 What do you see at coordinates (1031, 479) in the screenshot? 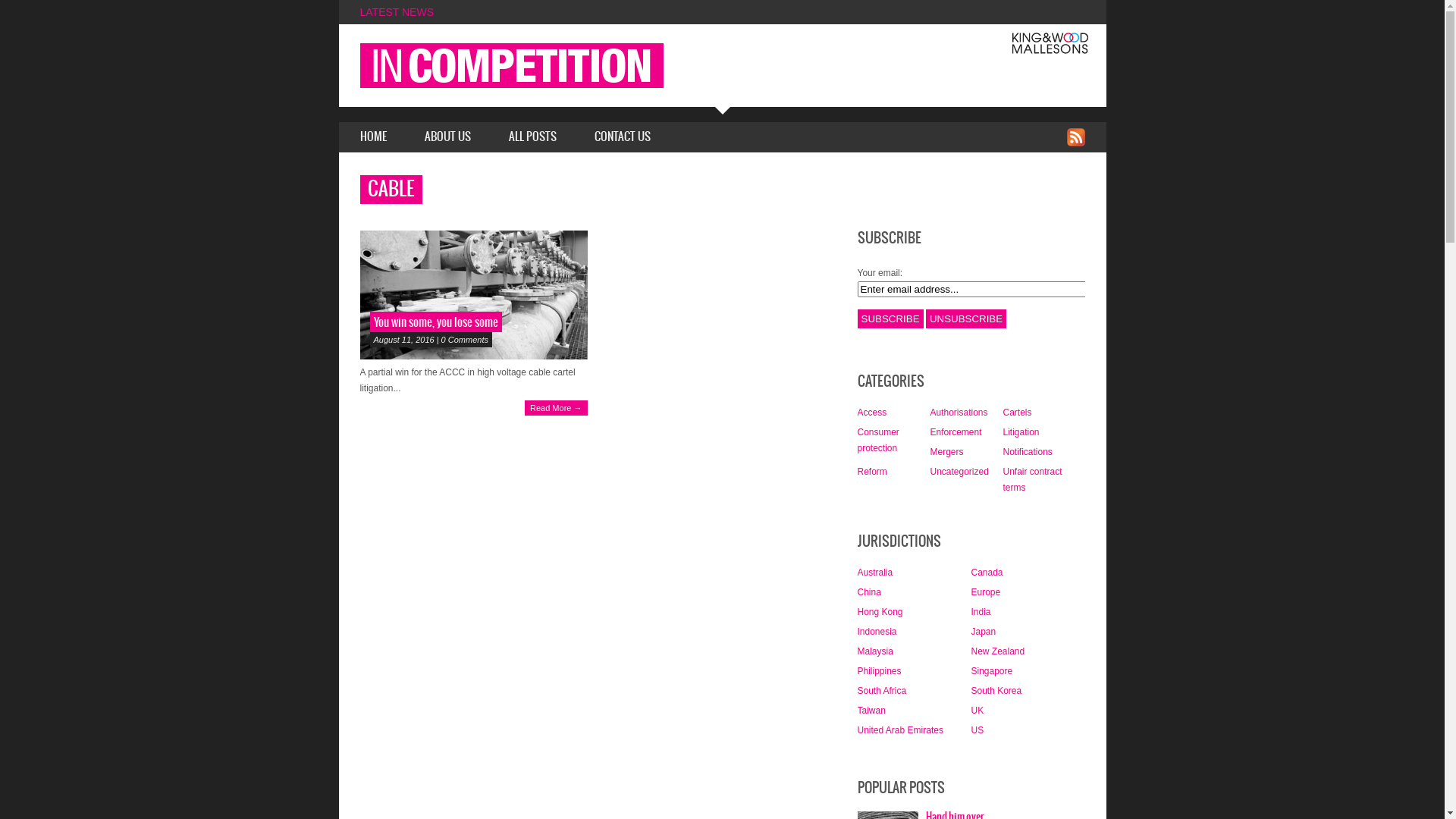
I see `'Unfair contract terms'` at bounding box center [1031, 479].